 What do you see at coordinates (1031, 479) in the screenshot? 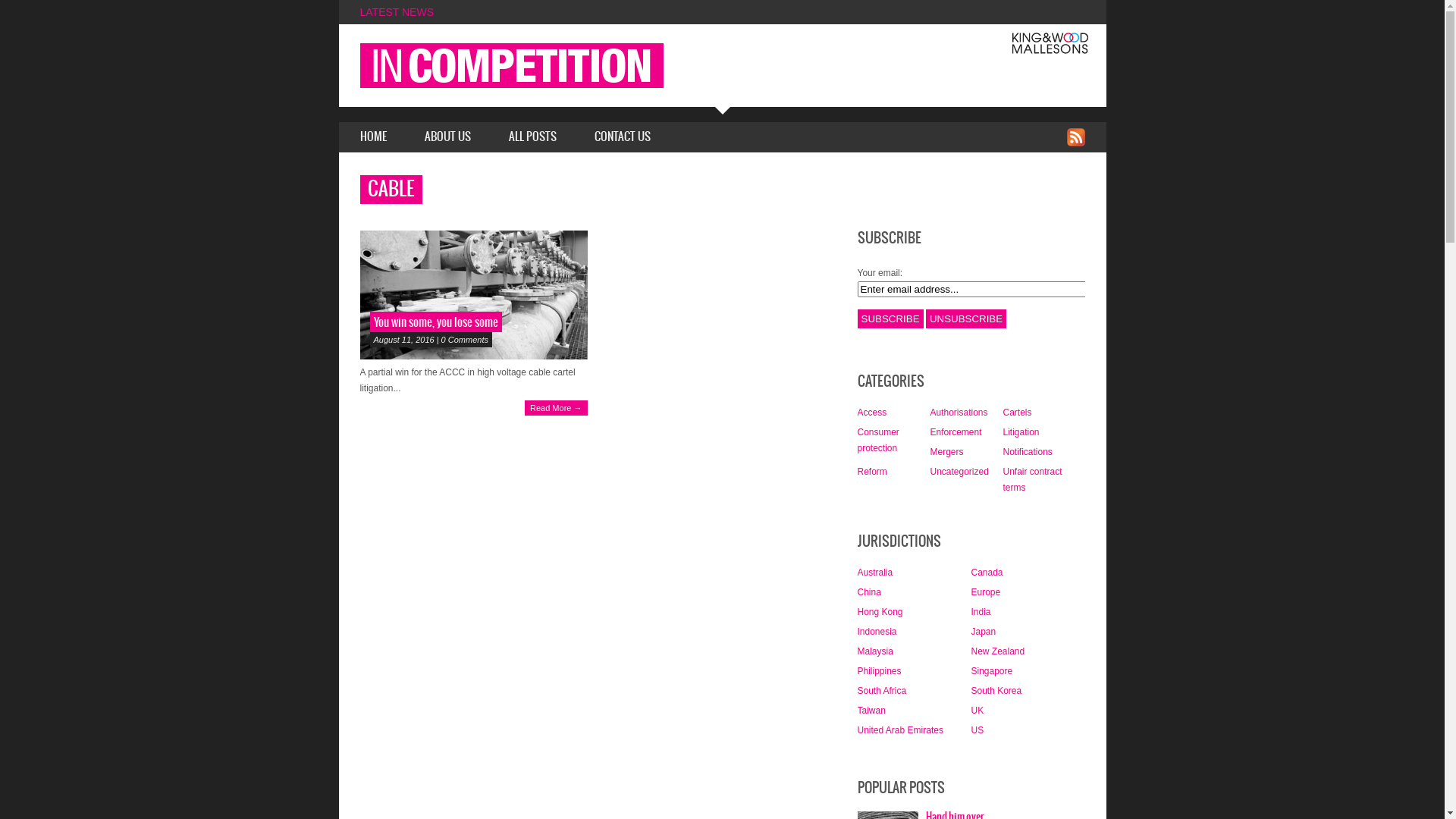
I see `'Unfair contract terms'` at bounding box center [1031, 479].